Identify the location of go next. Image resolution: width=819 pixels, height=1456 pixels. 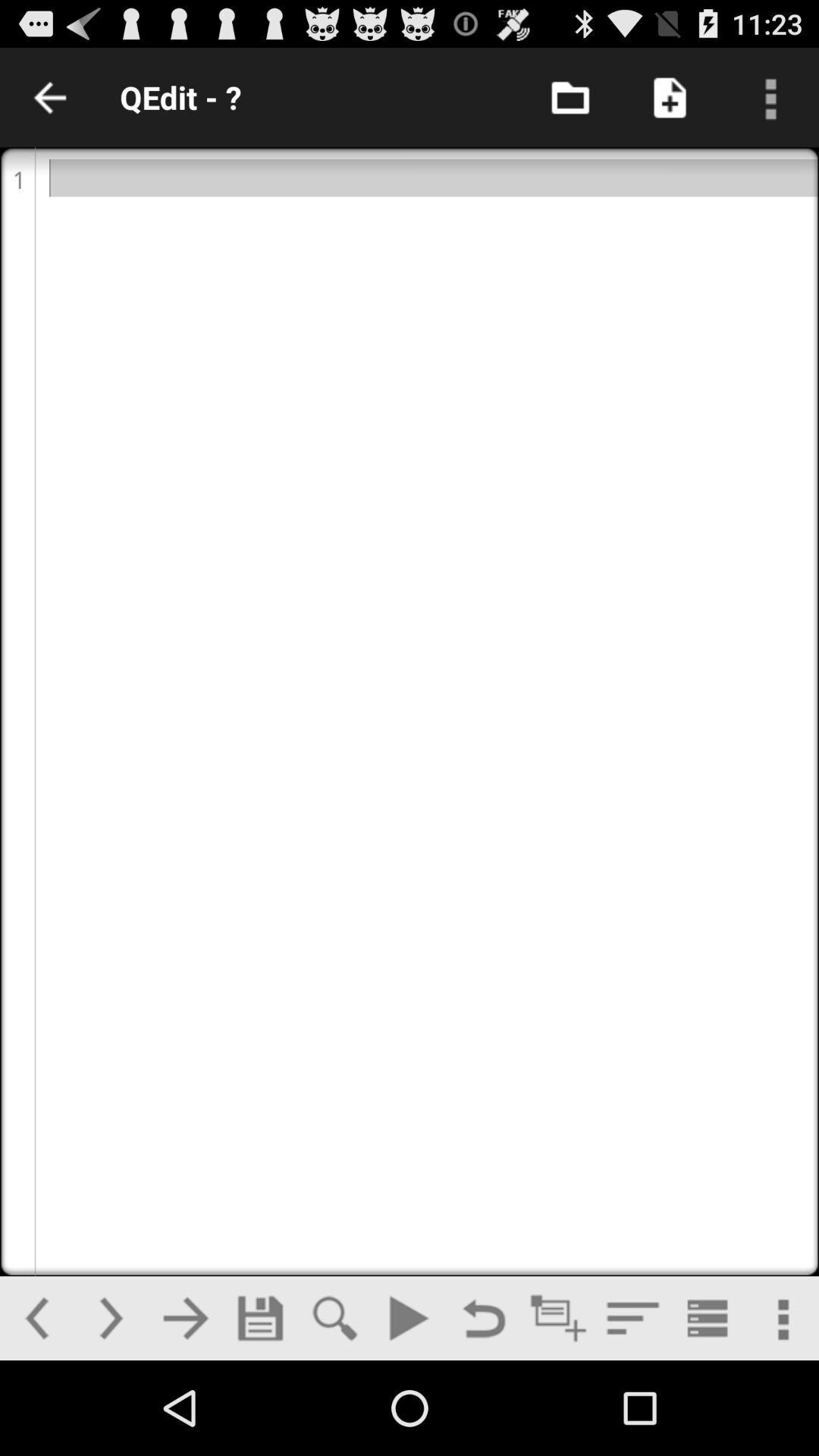
(110, 1317).